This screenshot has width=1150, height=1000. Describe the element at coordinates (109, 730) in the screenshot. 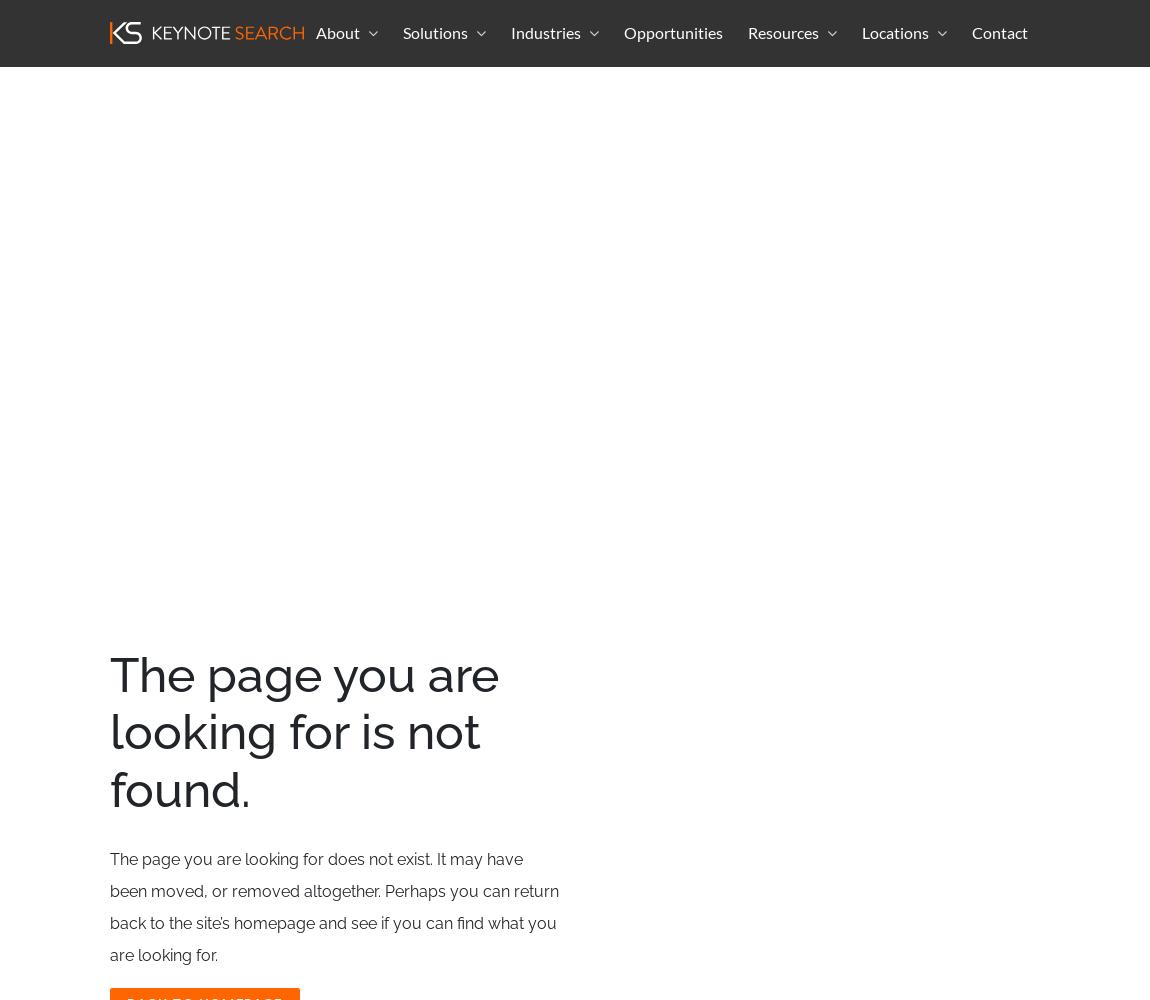

I see `'The page you are looking for is not found.'` at that location.